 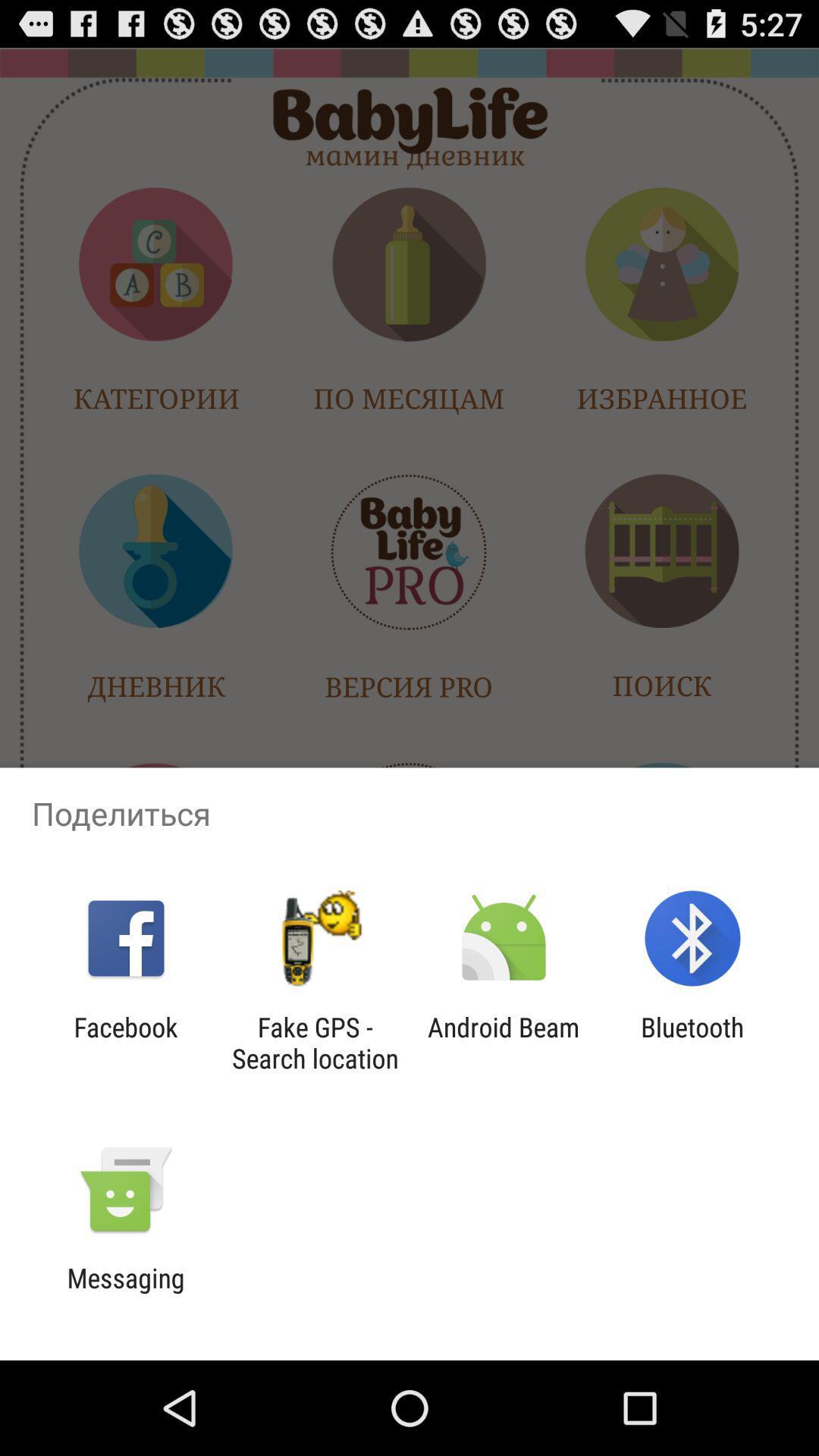 What do you see at coordinates (692, 1042) in the screenshot?
I see `the item next to the android beam` at bounding box center [692, 1042].